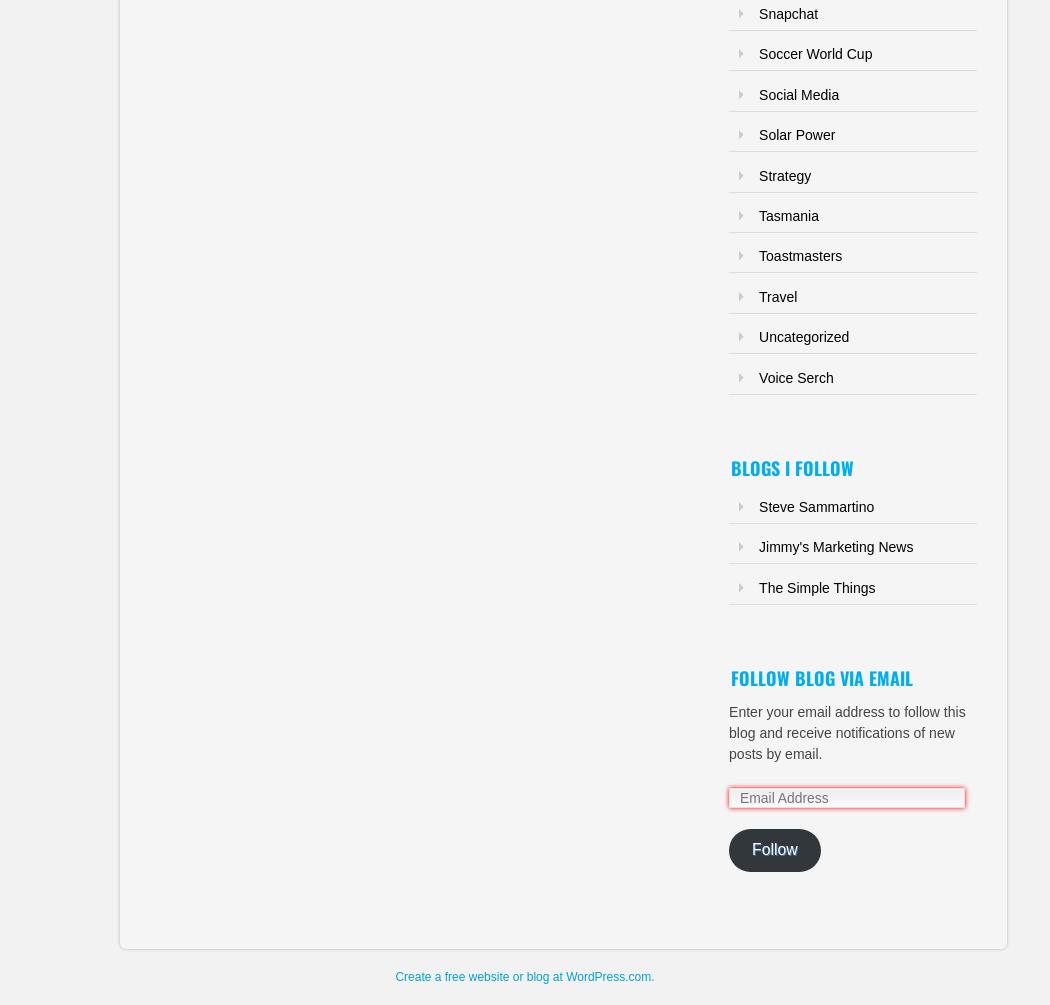 This screenshot has width=1050, height=1005. What do you see at coordinates (759, 336) in the screenshot?
I see `'Uncategorized'` at bounding box center [759, 336].